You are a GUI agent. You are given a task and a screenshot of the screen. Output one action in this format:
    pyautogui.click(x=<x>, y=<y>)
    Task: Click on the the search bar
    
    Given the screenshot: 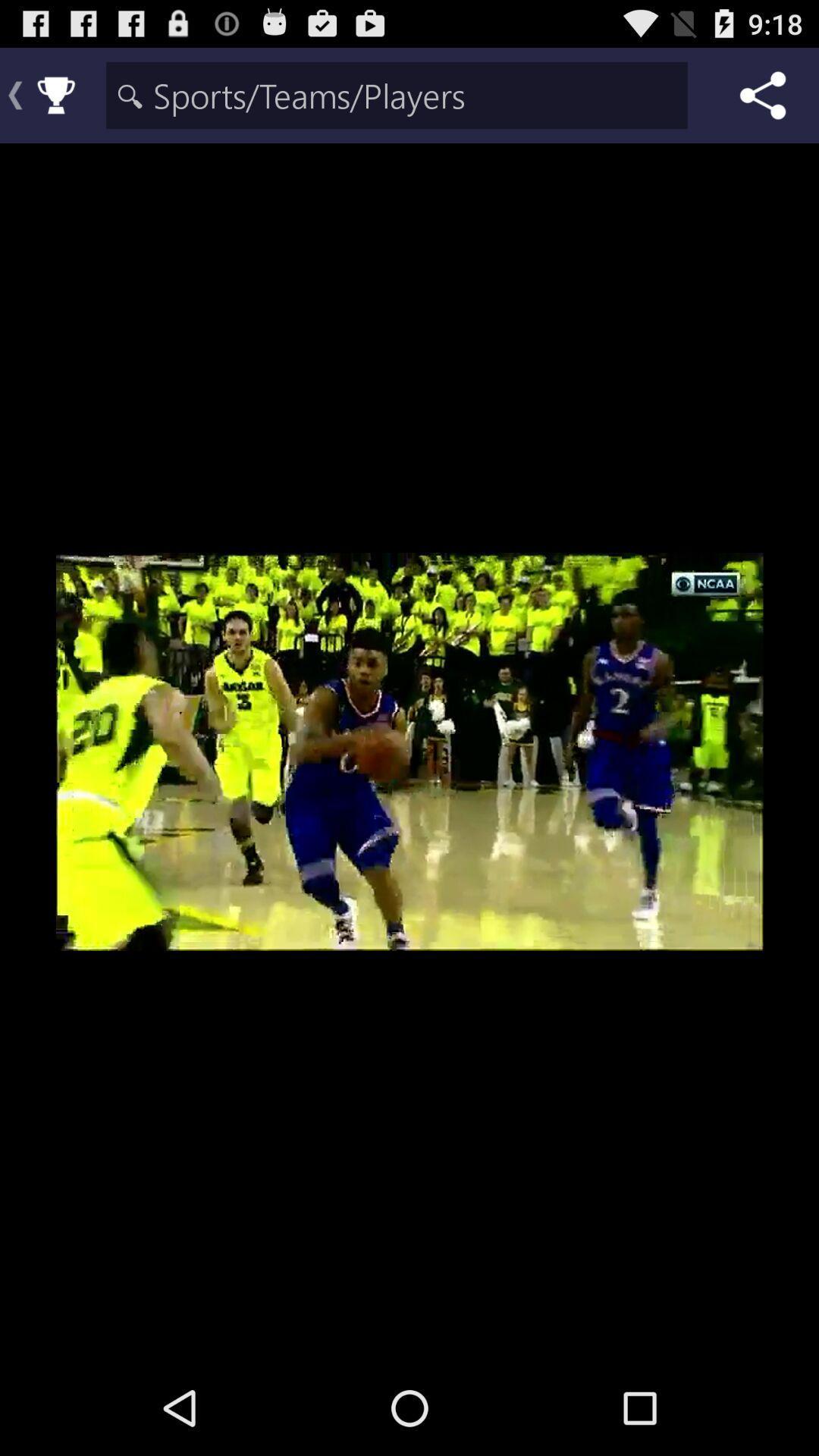 What is the action you would take?
    pyautogui.click(x=396, y=94)
    